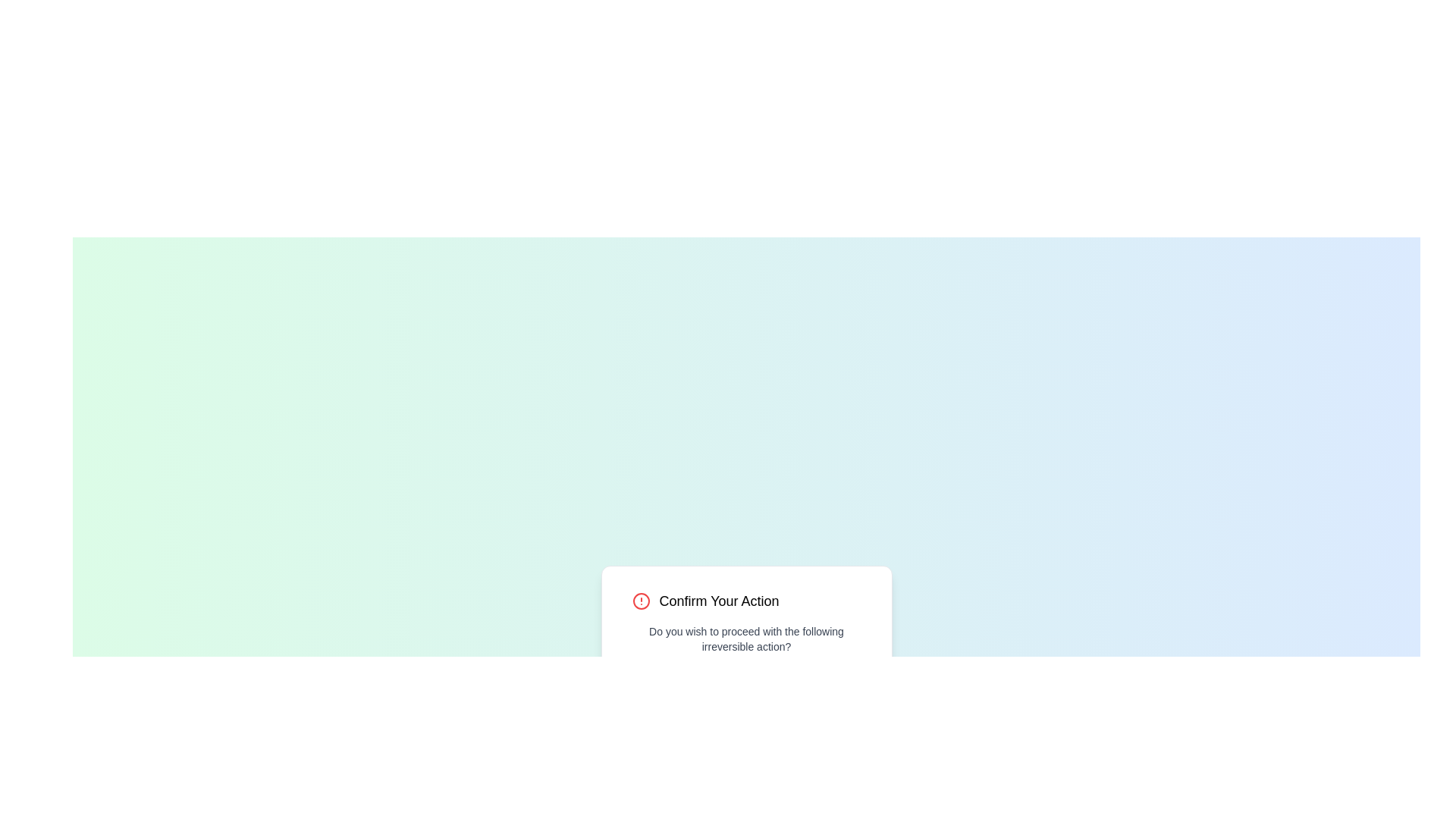 The image size is (1456, 819). I want to click on the message displayed on the label with the alert icon that reads 'Confirm Your Action', which is located at the top of the modal dialog, so click(746, 601).